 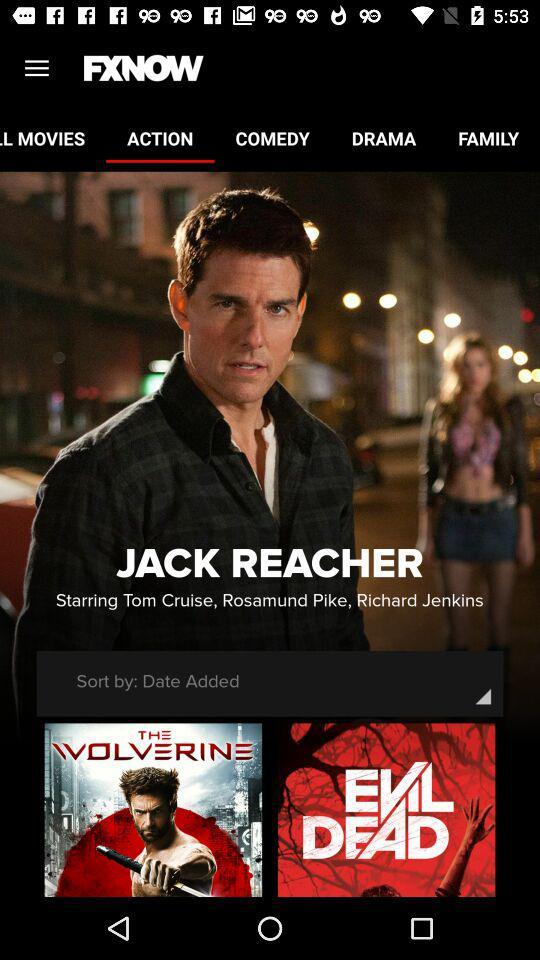 What do you see at coordinates (157, 681) in the screenshot?
I see `sort by date icon` at bounding box center [157, 681].